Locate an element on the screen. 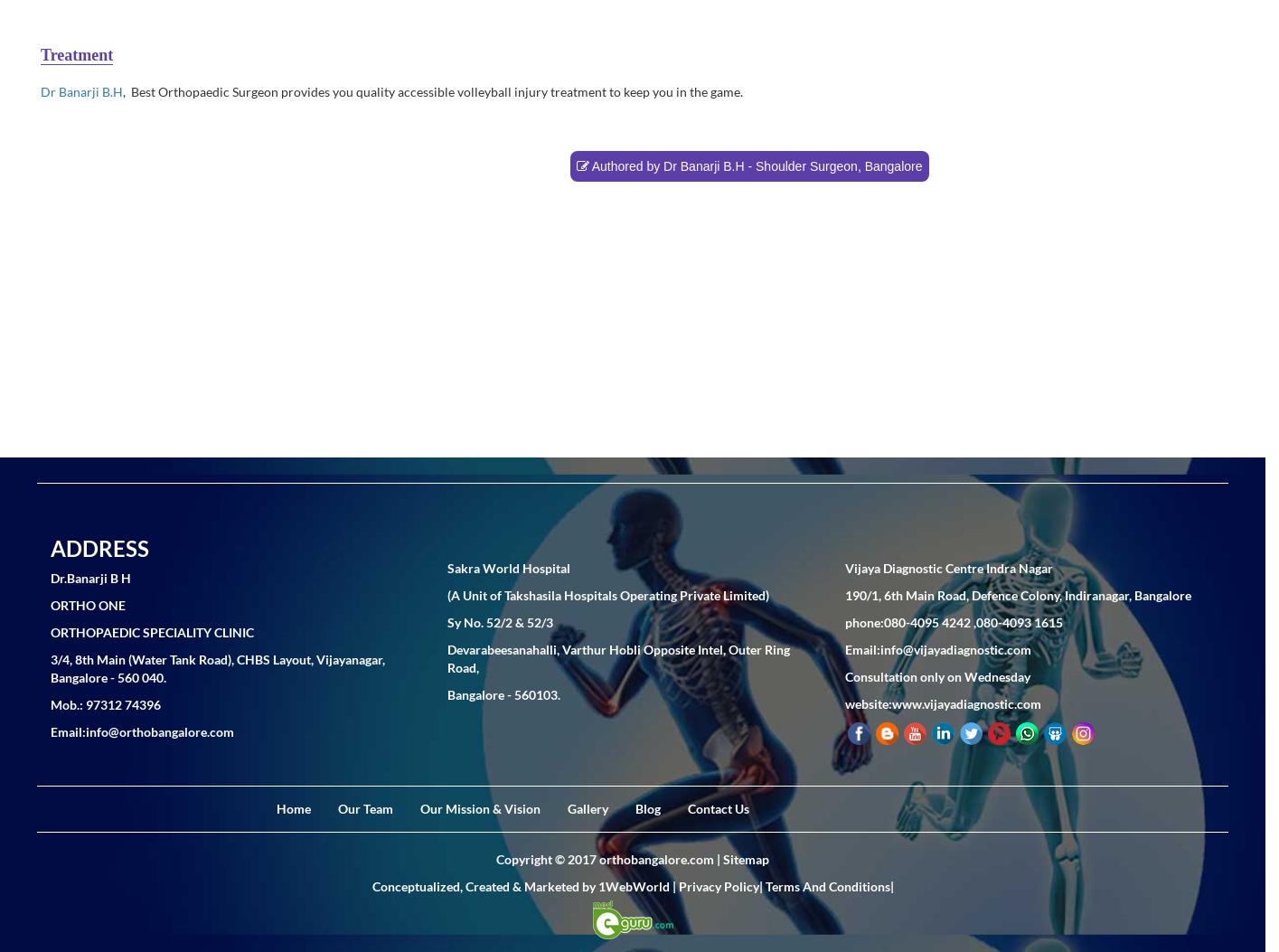  'Copyright © 2017 orthobangalore.com |' is located at coordinates (609, 857).